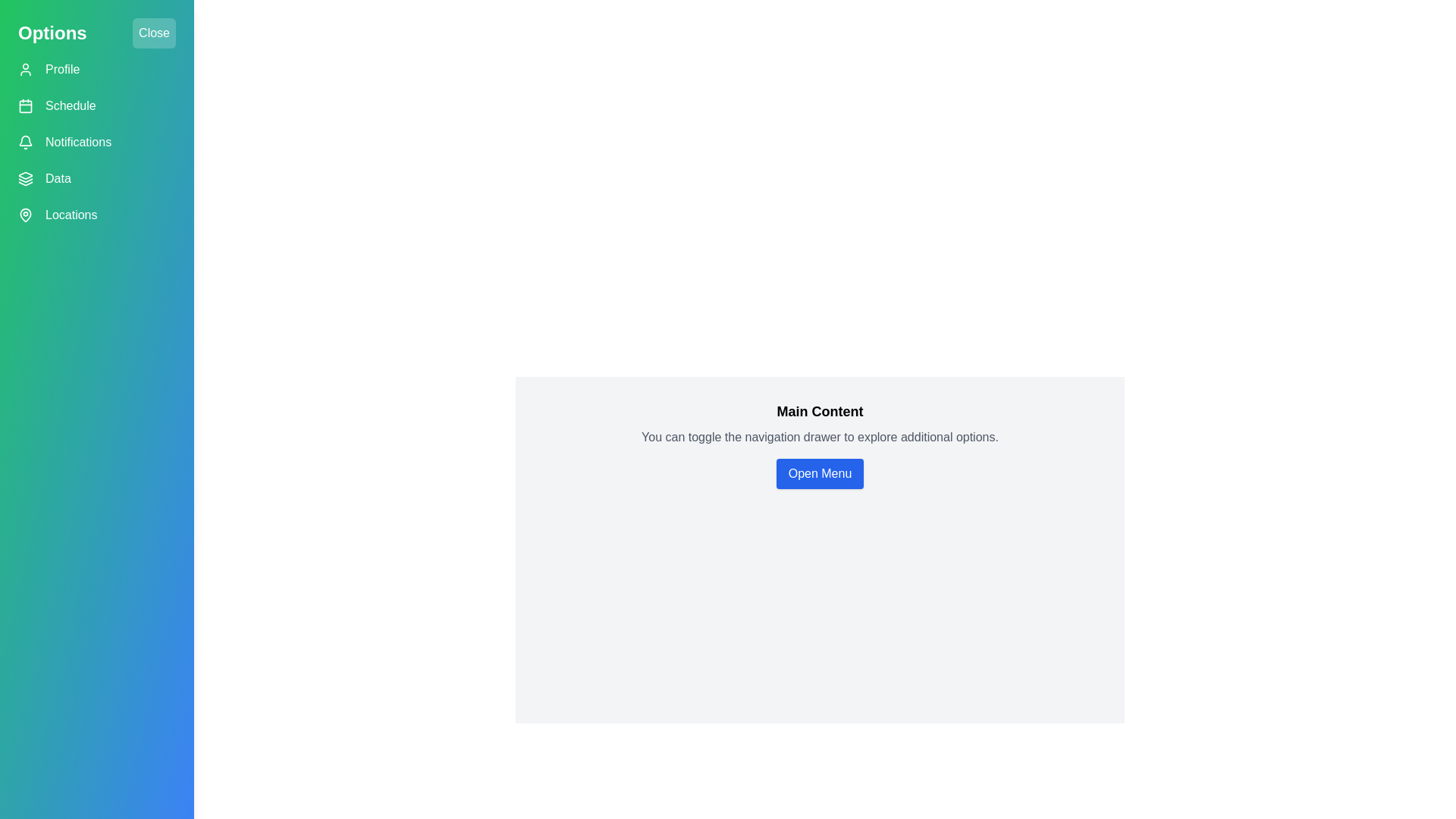 The image size is (1456, 819). I want to click on the Data button in the navigation menu, so click(96, 177).